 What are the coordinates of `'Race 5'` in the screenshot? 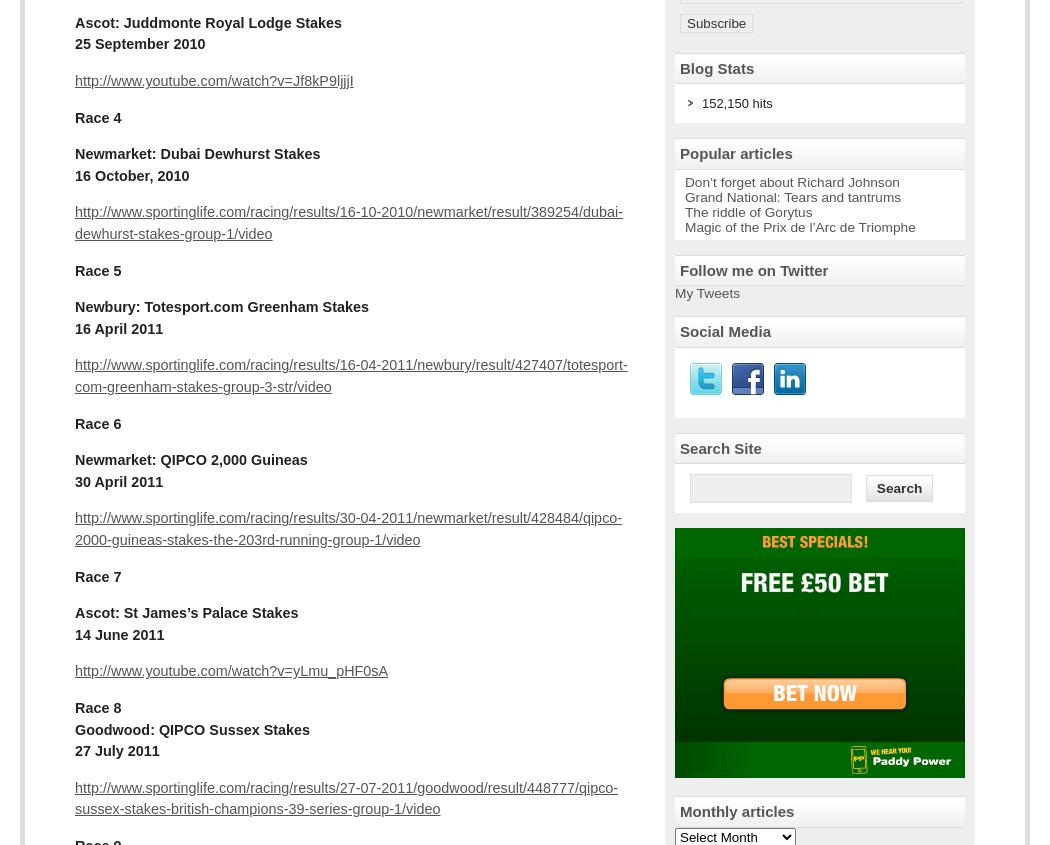 It's located at (97, 269).